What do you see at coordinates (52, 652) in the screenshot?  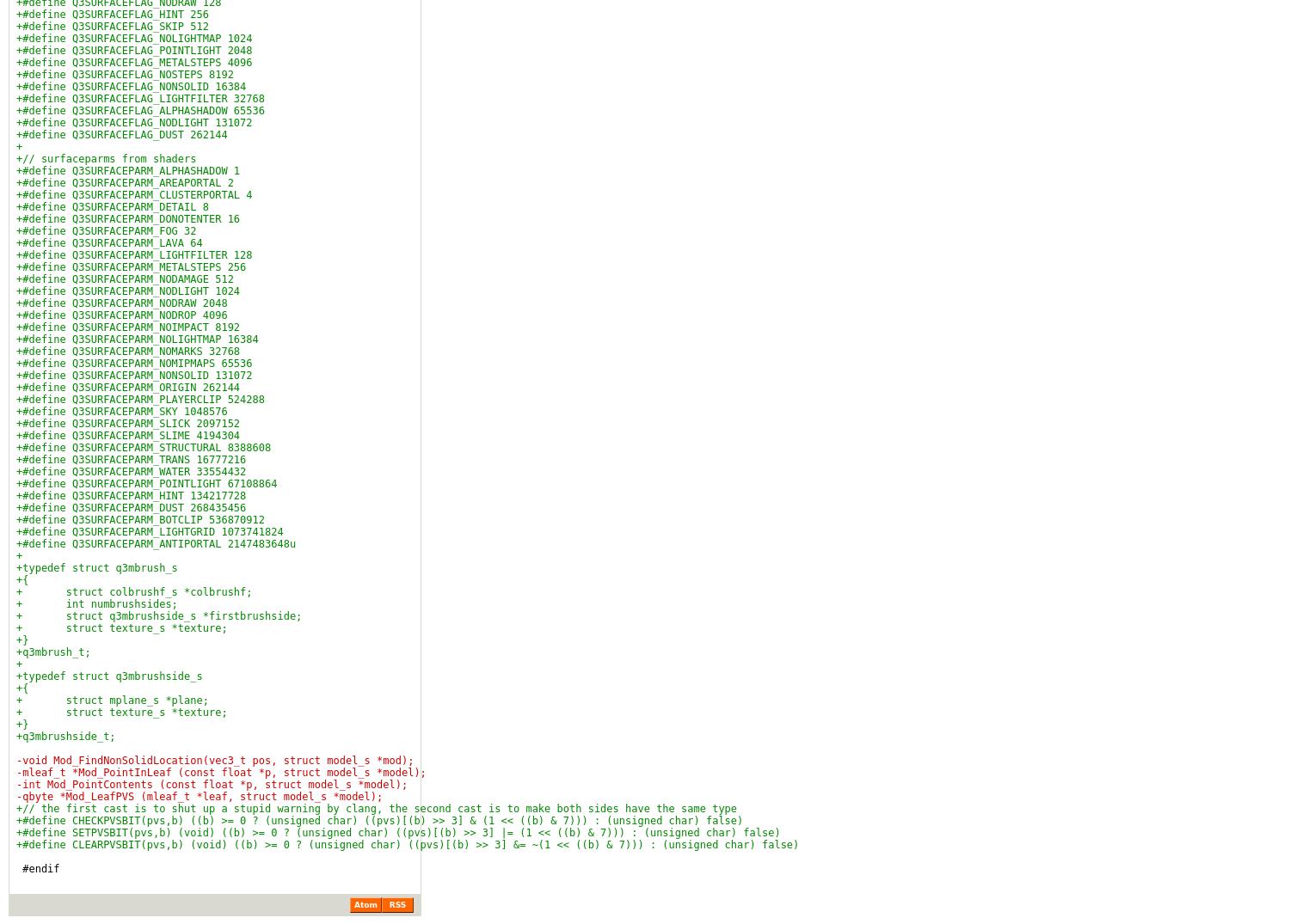 I see `'+q3mbrush_t;'` at bounding box center [52, 652].